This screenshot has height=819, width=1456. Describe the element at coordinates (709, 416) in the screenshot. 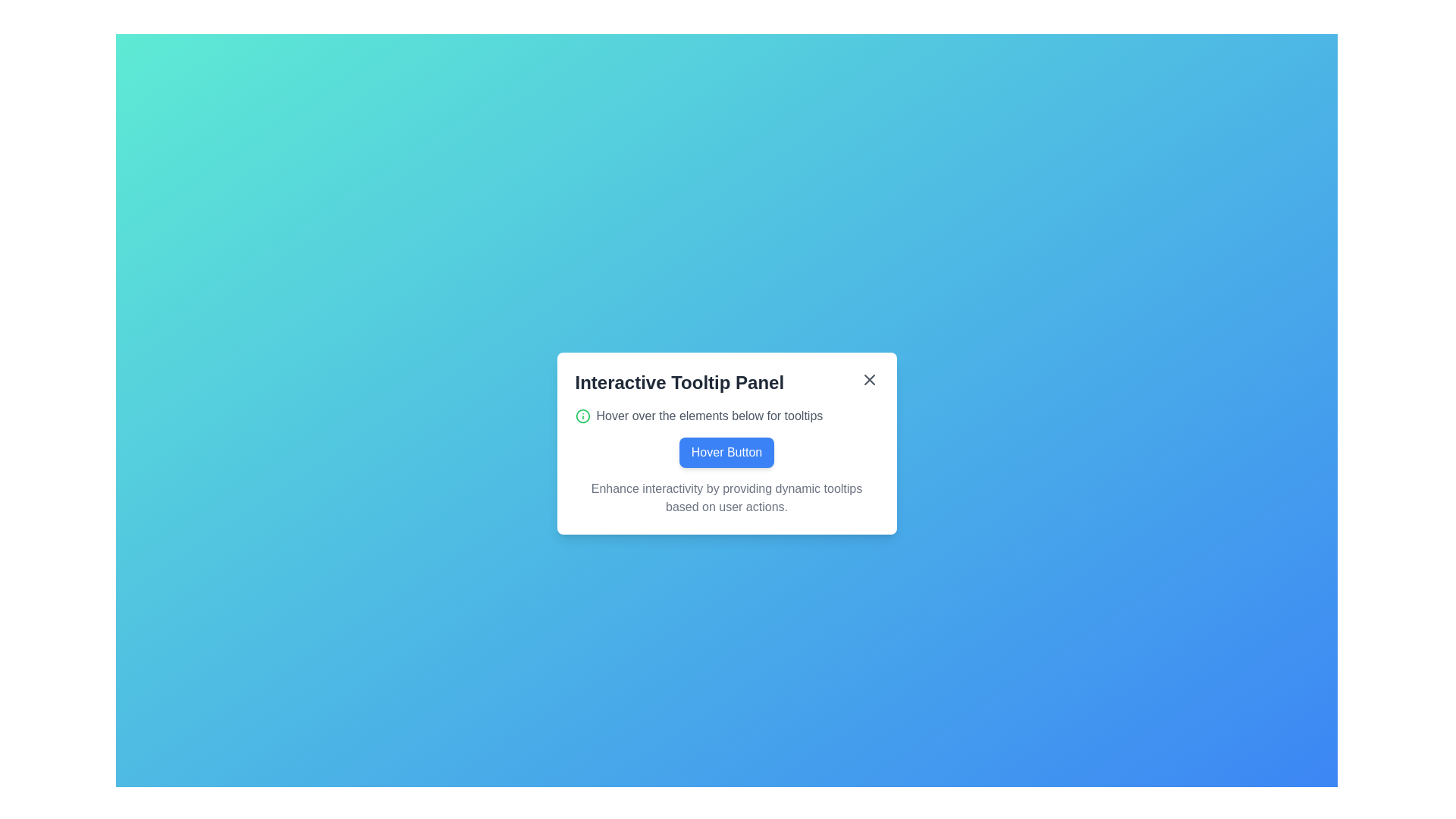

I see `the static text saying 'Hover over the elements below for tooltips' located in the dialog box titled 'Interactive Tooltip Panel'` at that location.